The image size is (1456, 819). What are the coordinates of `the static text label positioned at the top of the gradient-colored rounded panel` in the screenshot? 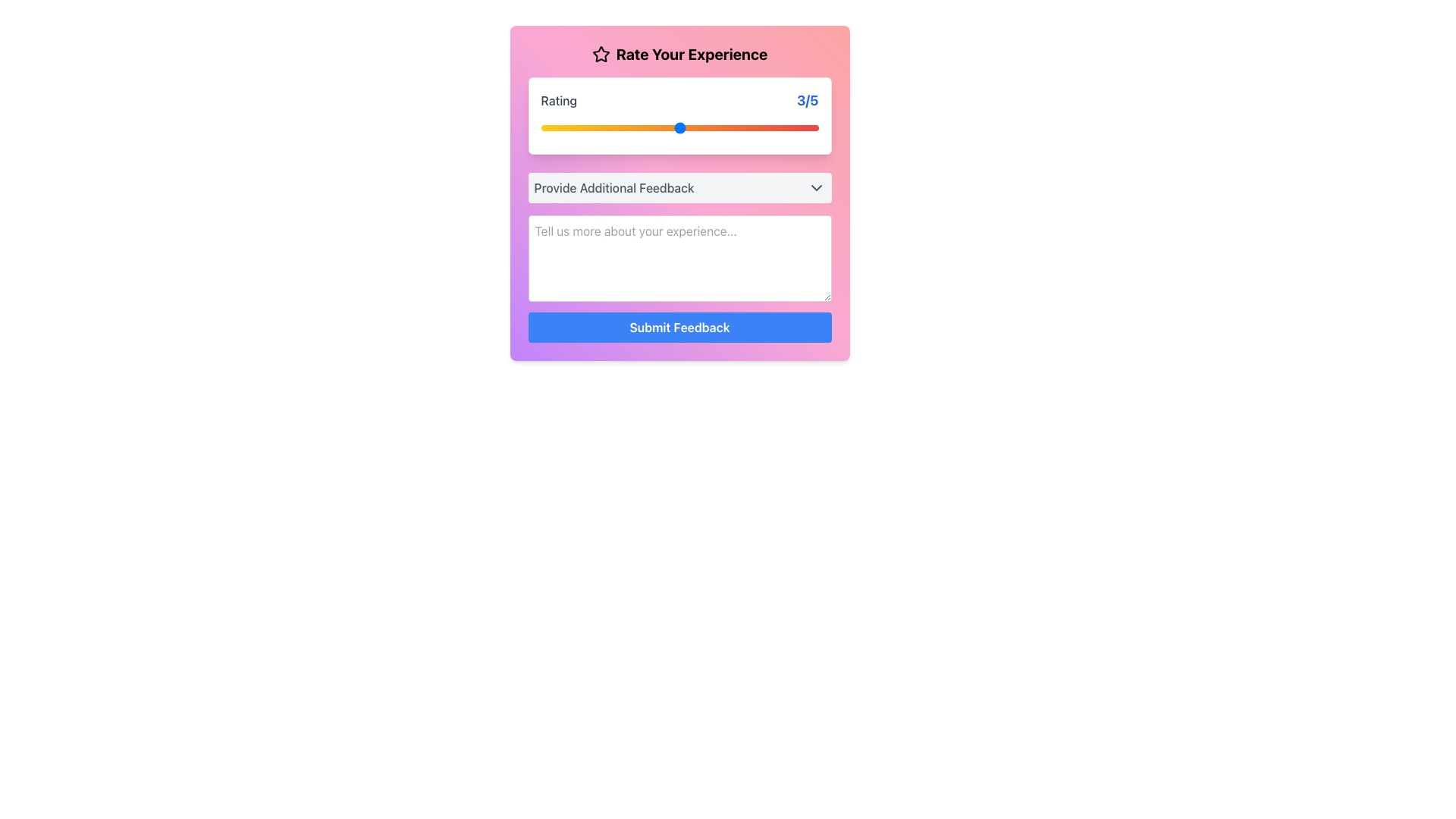 It's located at (679, 60).